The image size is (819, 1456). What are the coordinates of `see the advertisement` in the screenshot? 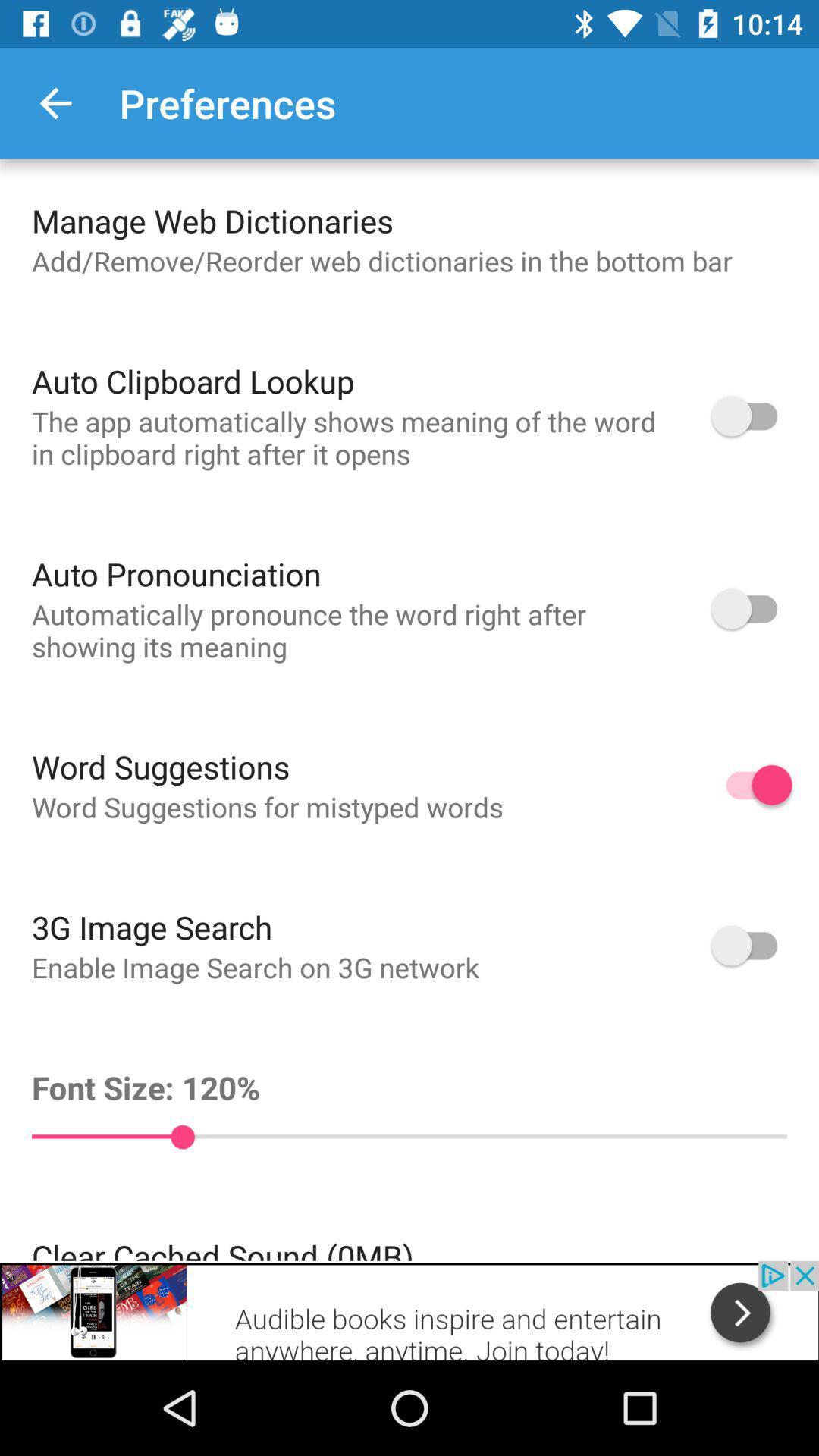 It's located at (409, 1310).